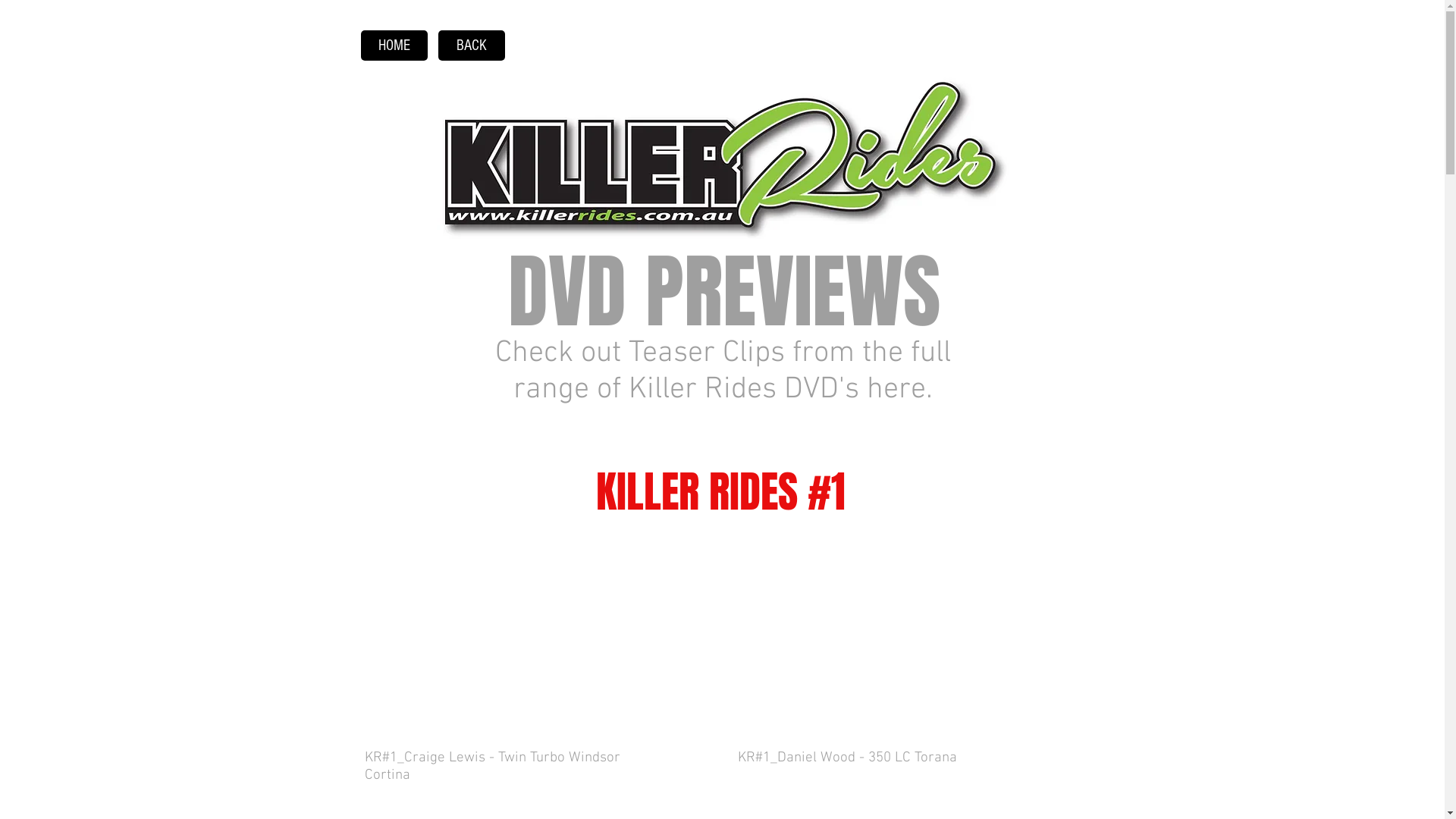 This screenshot has height=819, width=1456. Describe the element at coordinates (471, 45) in the screenshot. I see `'BACK'` at that location.